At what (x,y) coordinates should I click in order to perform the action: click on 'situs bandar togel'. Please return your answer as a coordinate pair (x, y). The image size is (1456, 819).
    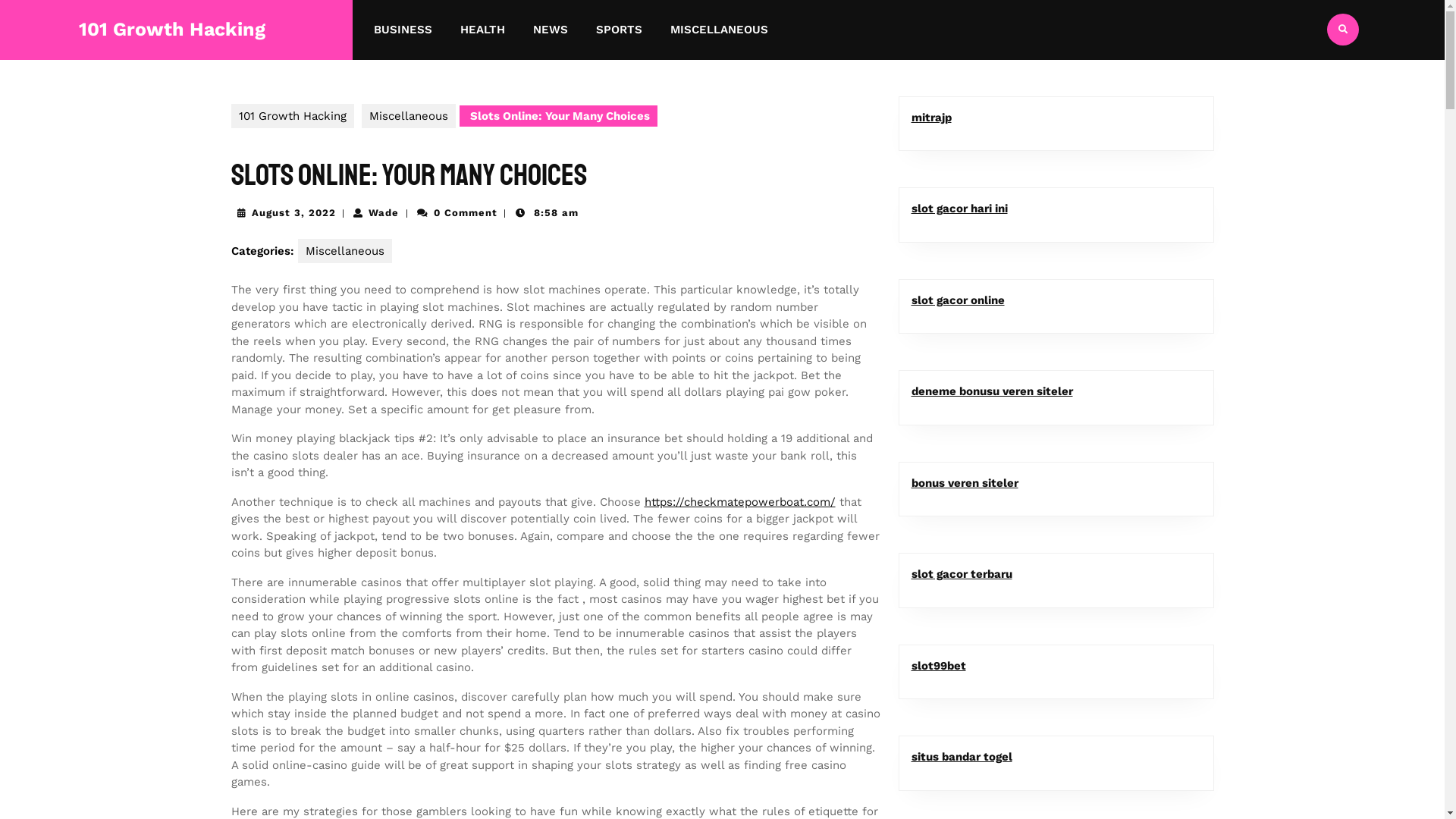
    Looking at the image, I should click on (961, 757).